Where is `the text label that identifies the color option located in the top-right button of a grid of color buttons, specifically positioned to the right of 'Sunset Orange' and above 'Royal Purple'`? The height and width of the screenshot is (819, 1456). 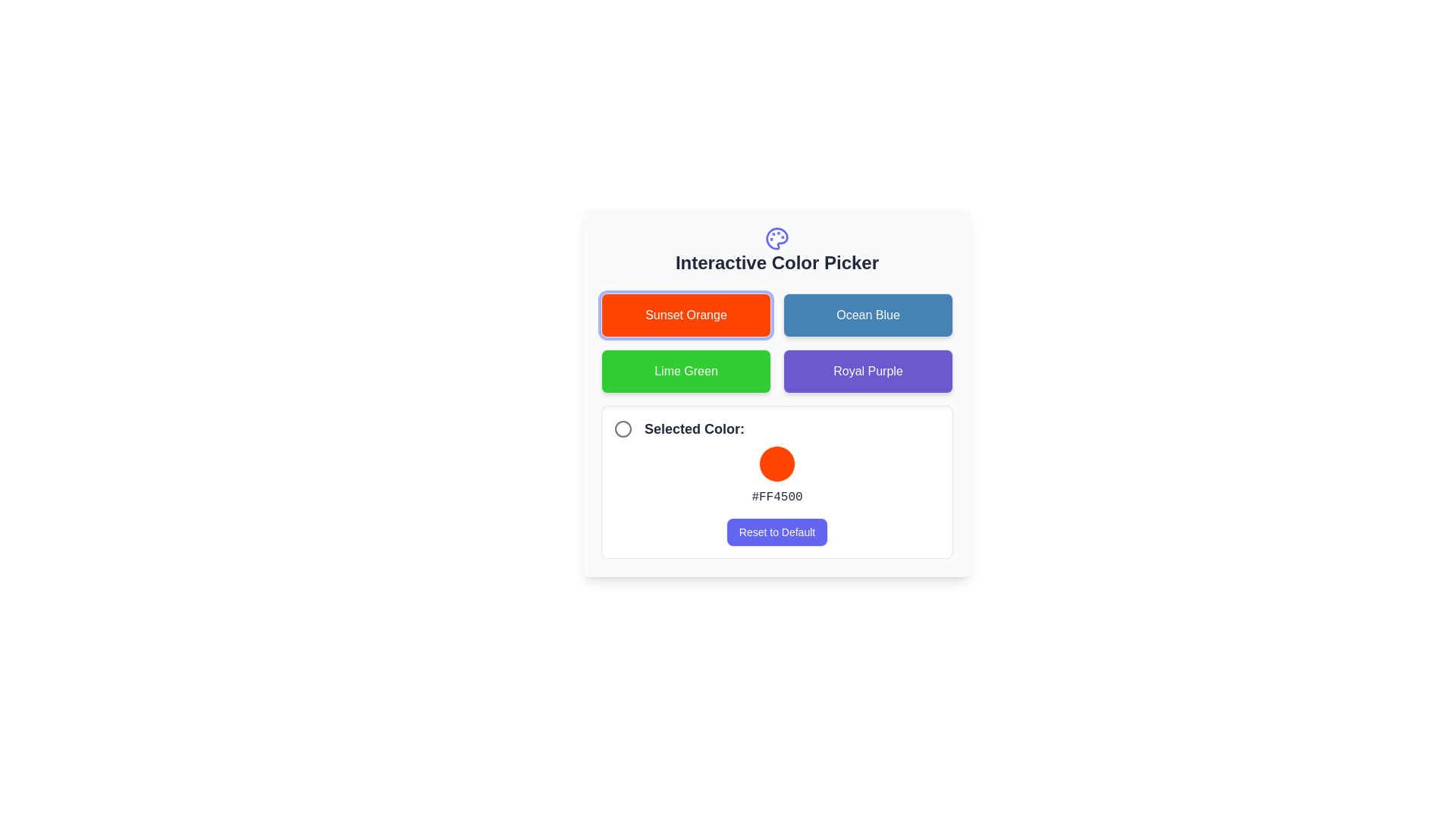 the text label that identifies the color option located in the top-right button of a grid of color buttons, specifically positioned to the right of 'Sunset Orange' and above 'Royal Purple' is located at coordinates (868, 315).